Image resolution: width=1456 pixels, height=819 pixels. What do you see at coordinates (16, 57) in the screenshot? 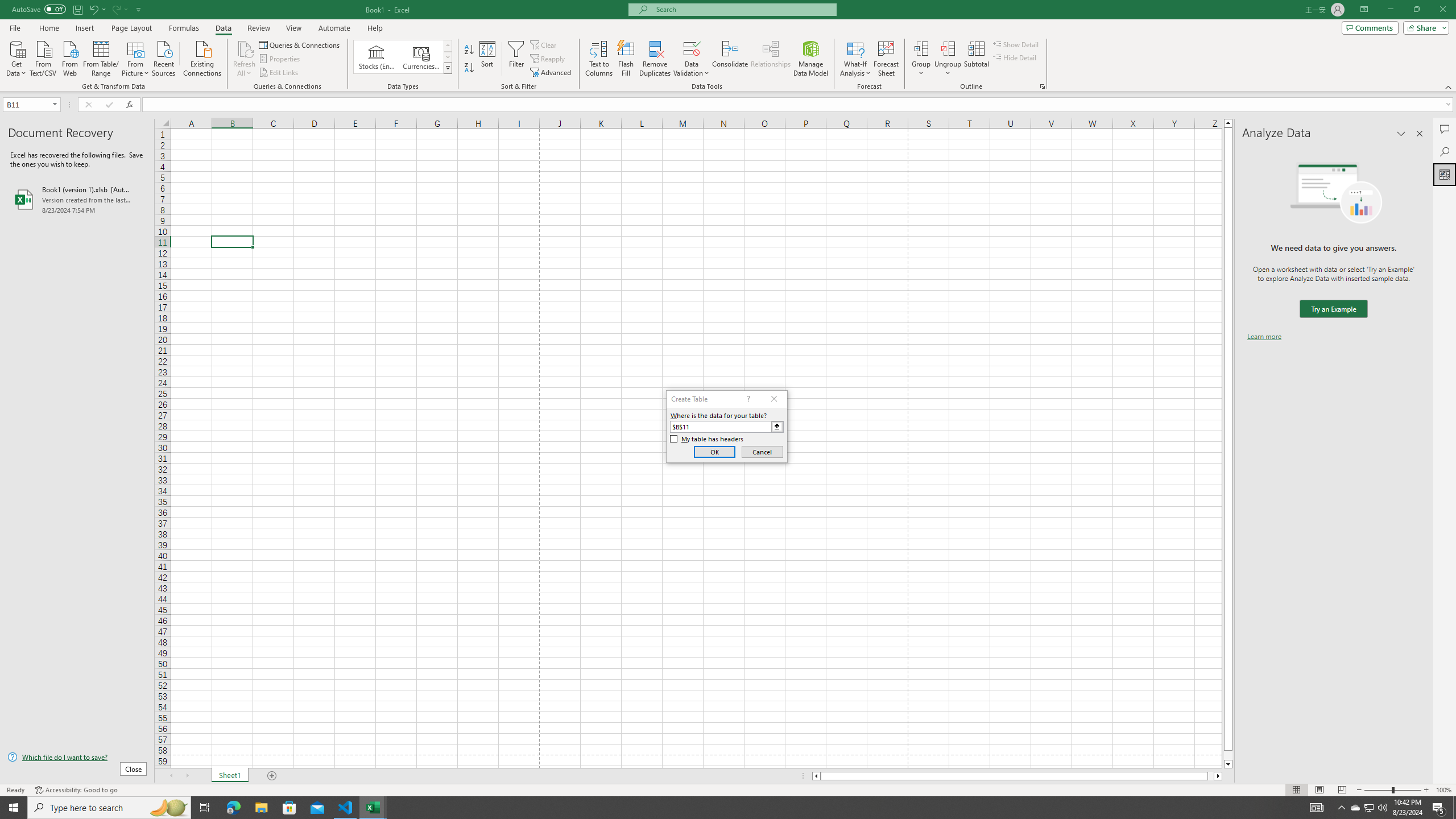
I see `'Get Data'` at bounding box center [16, 57].